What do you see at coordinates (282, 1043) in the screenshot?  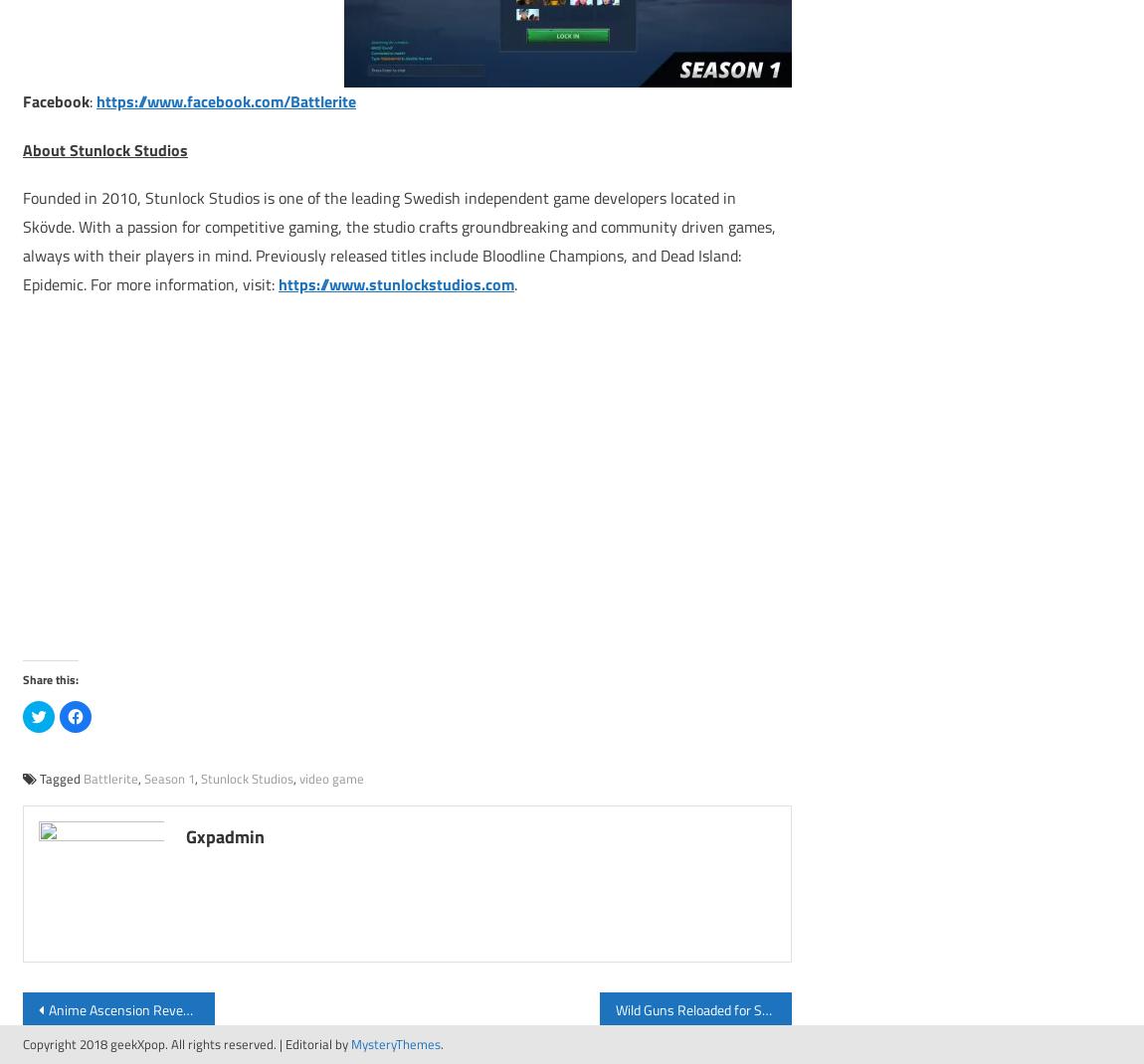 I see `'|'` at bounding box center [282, 1043].